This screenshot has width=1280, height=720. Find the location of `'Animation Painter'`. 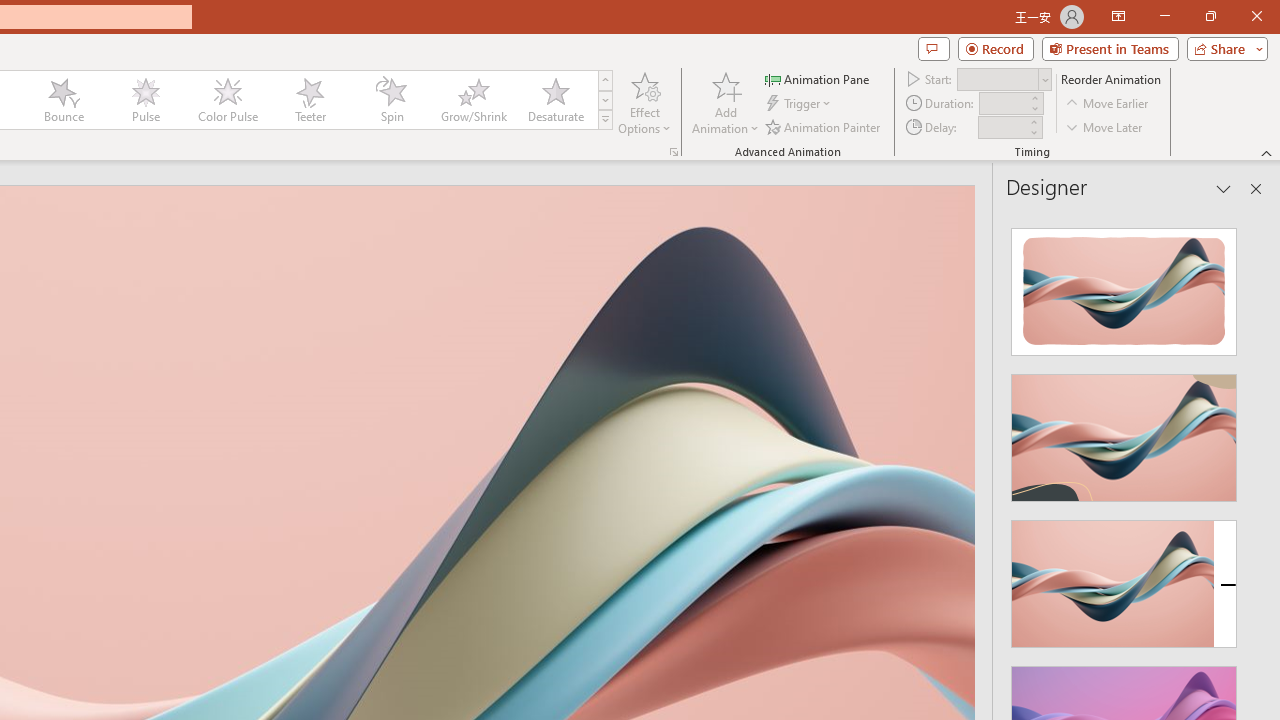

'Animation Painter' is located at coordinates (824, 127).